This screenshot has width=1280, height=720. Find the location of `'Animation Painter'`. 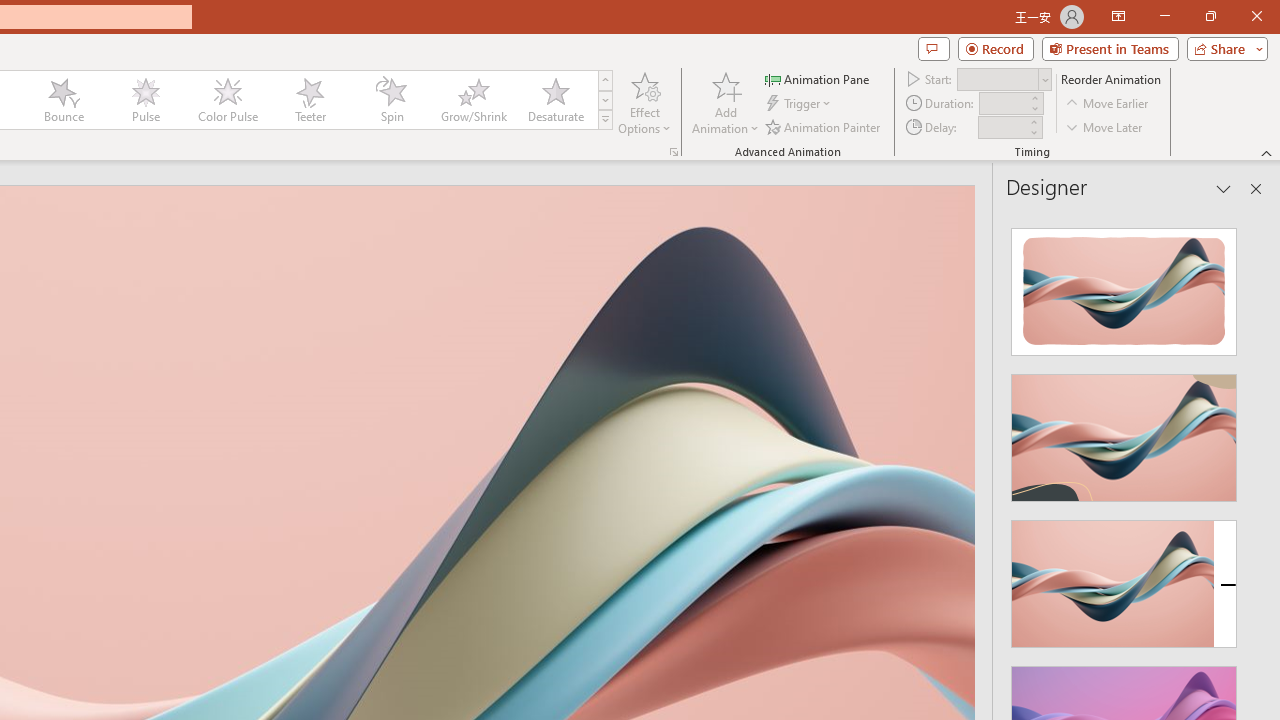

'Animation Painter' is located at coordinates (824, 127).